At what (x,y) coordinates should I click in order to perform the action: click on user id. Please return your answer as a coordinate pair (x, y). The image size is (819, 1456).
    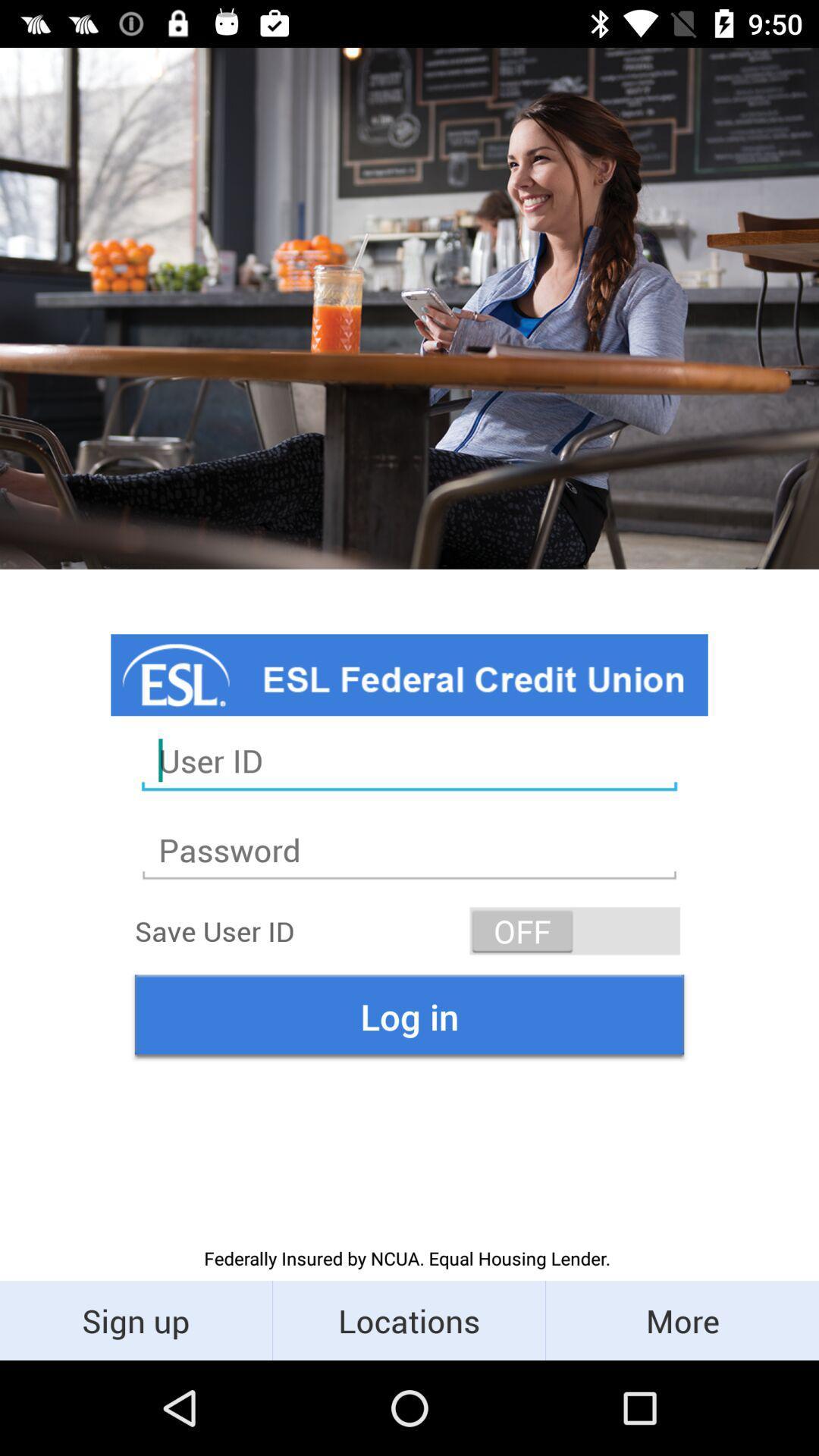
    Looking at the image, I should click on (409, 761).